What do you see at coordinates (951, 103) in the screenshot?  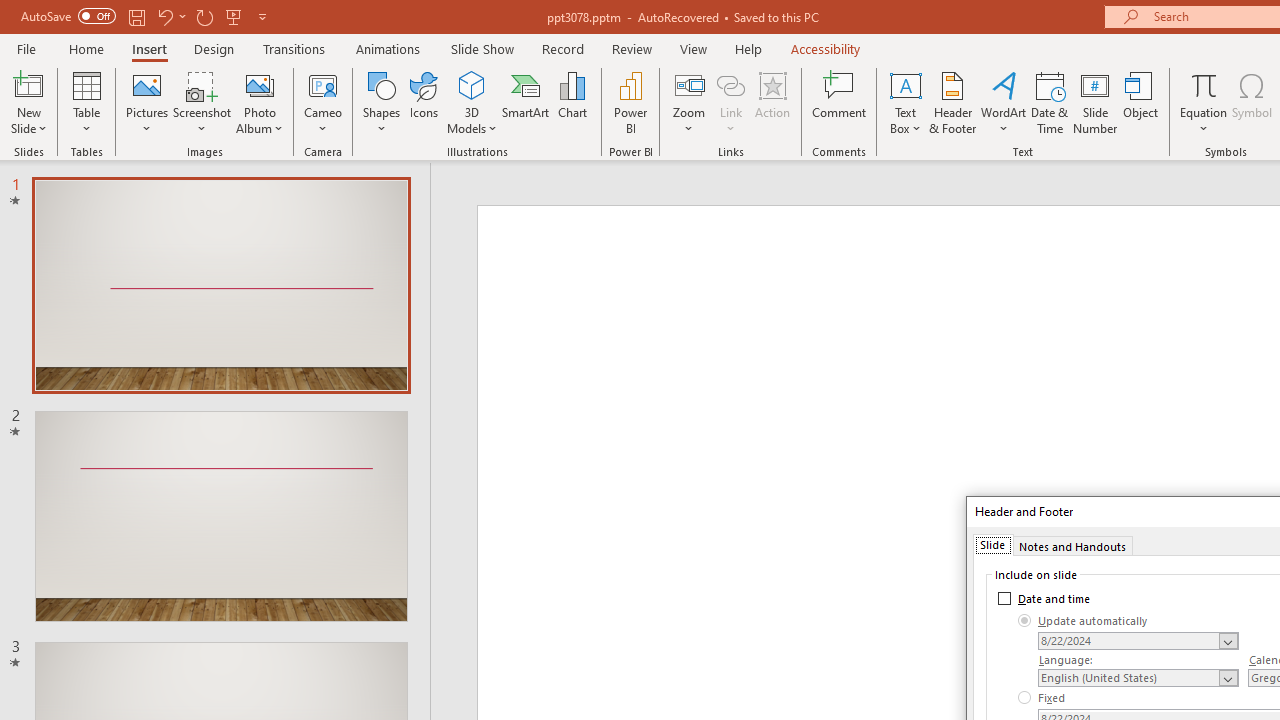 I see `'Header & Footer...'` at bounding box center [951, 103].